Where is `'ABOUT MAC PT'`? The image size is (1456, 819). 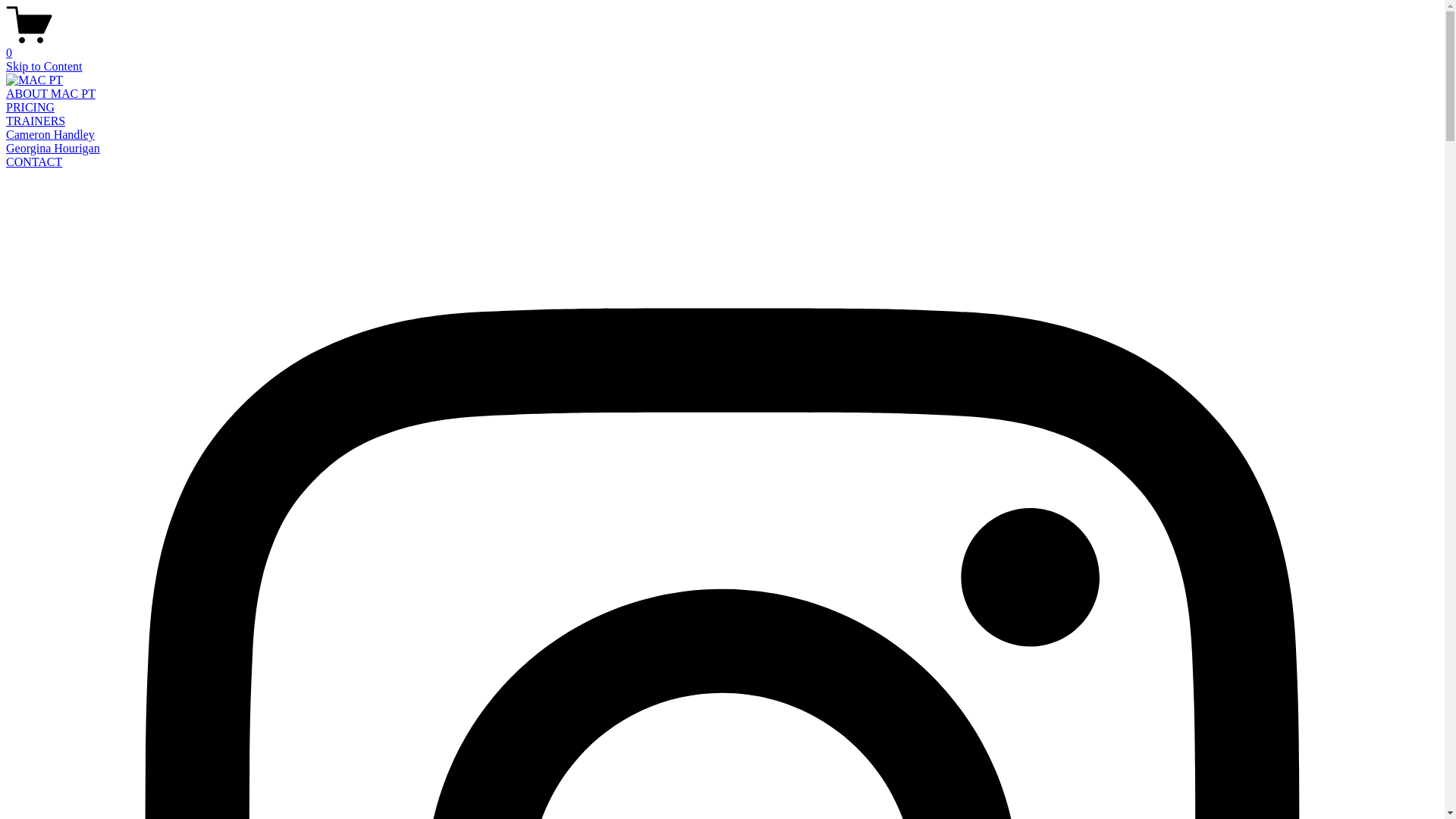
'ABOUT MAC PT' is located at coordinates (51, 93).